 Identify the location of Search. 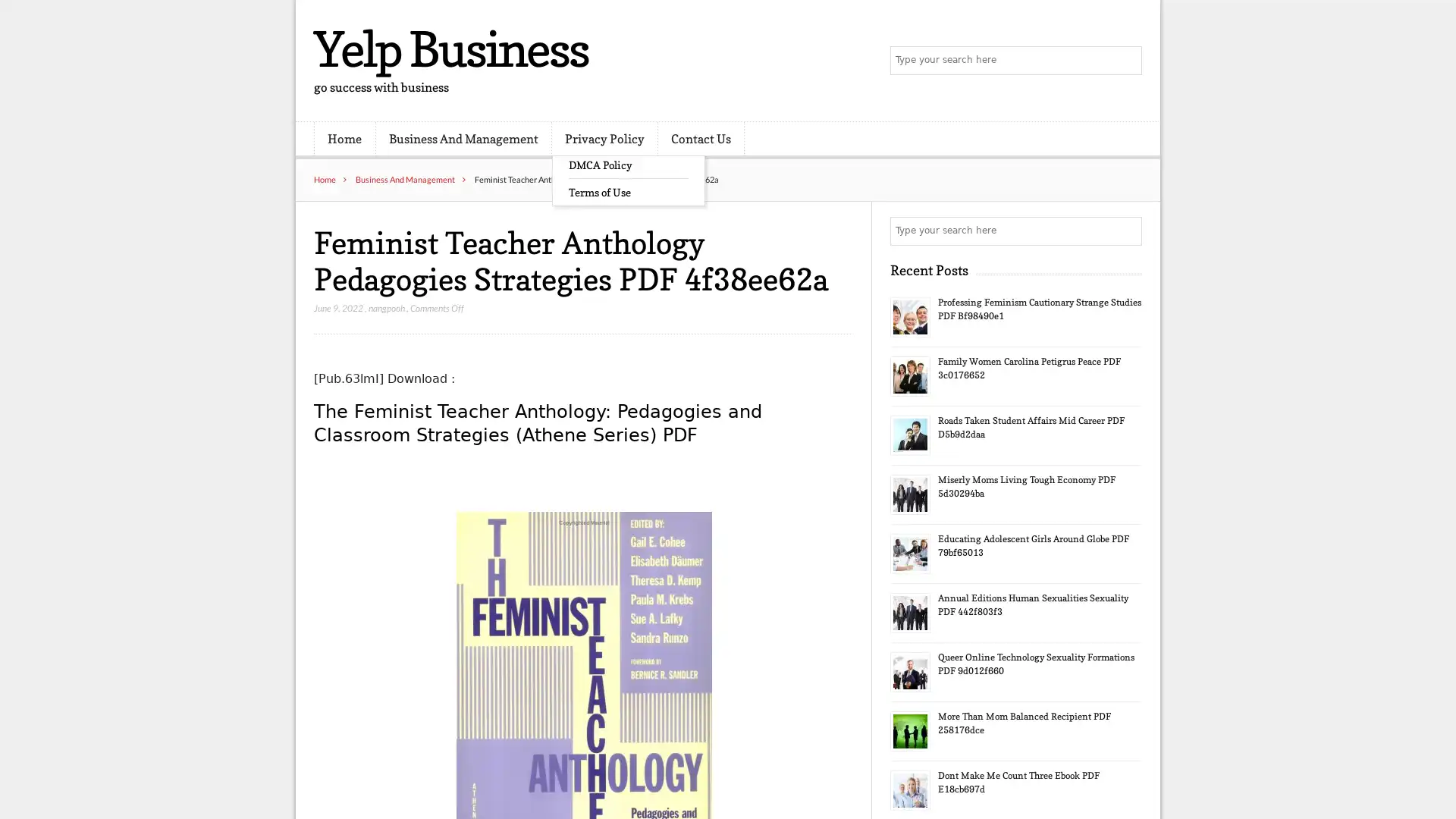
(1126, 61).